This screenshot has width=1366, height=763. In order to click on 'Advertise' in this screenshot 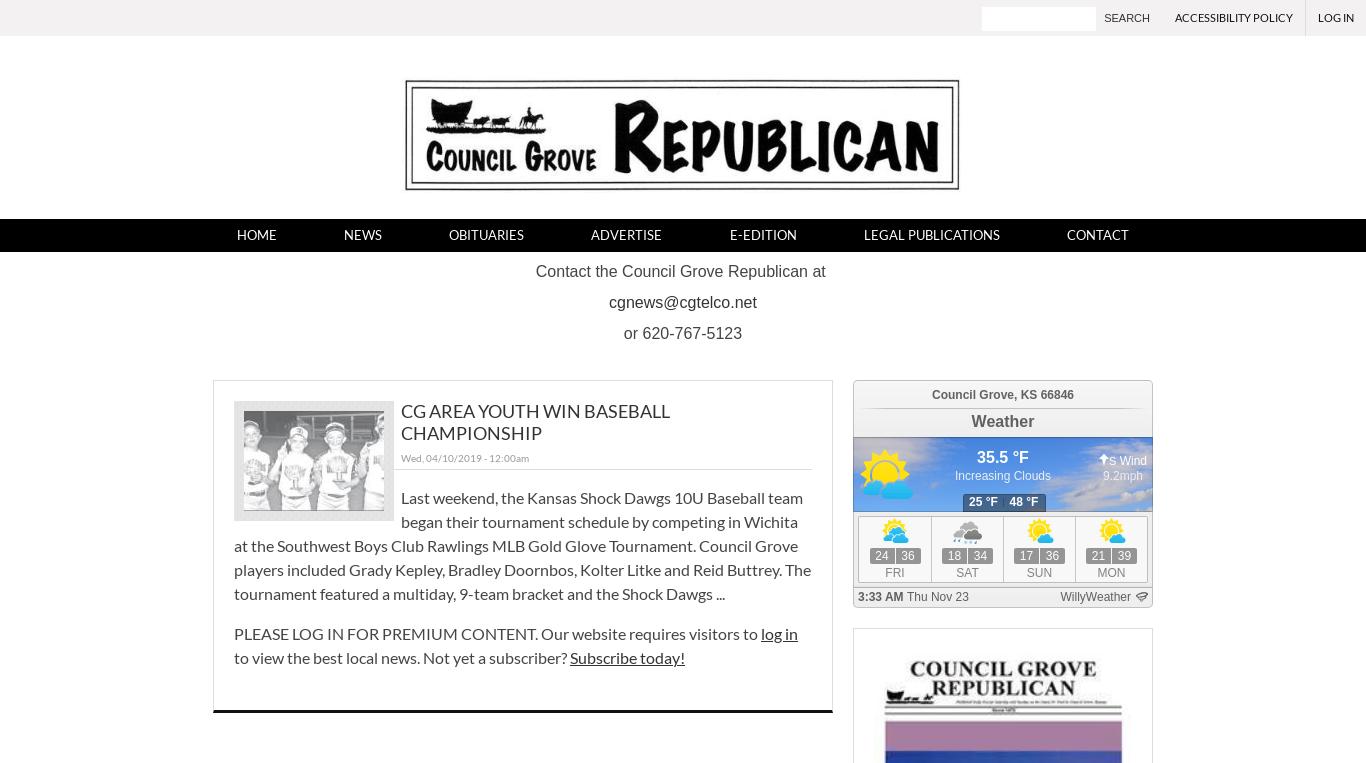, I will do `click(625, 234)`.